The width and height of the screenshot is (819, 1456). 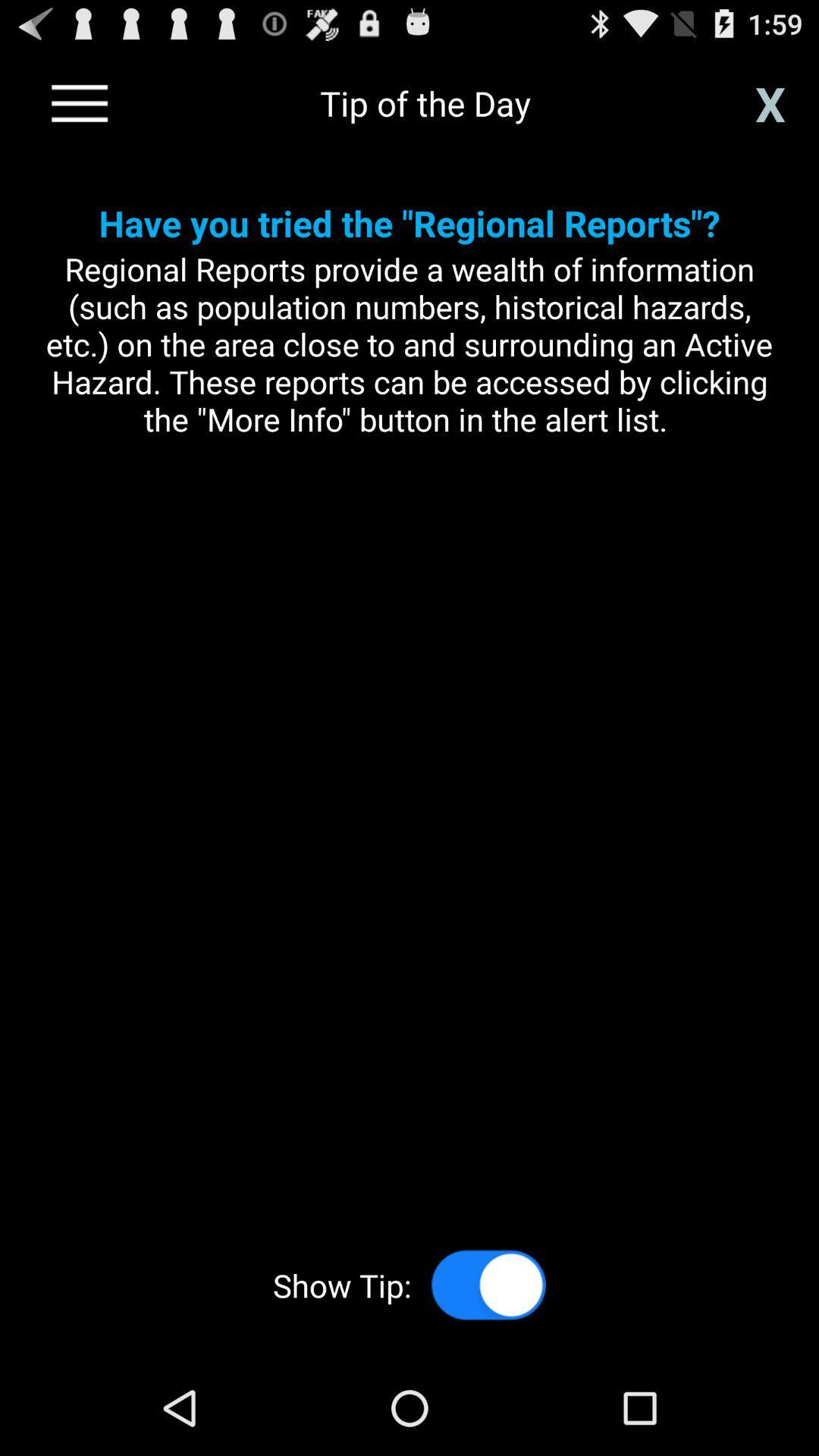 What do you see at coordinates (488, 1284) in the screenshot?
I see `disable tips` at bounding box center [488, 1284].